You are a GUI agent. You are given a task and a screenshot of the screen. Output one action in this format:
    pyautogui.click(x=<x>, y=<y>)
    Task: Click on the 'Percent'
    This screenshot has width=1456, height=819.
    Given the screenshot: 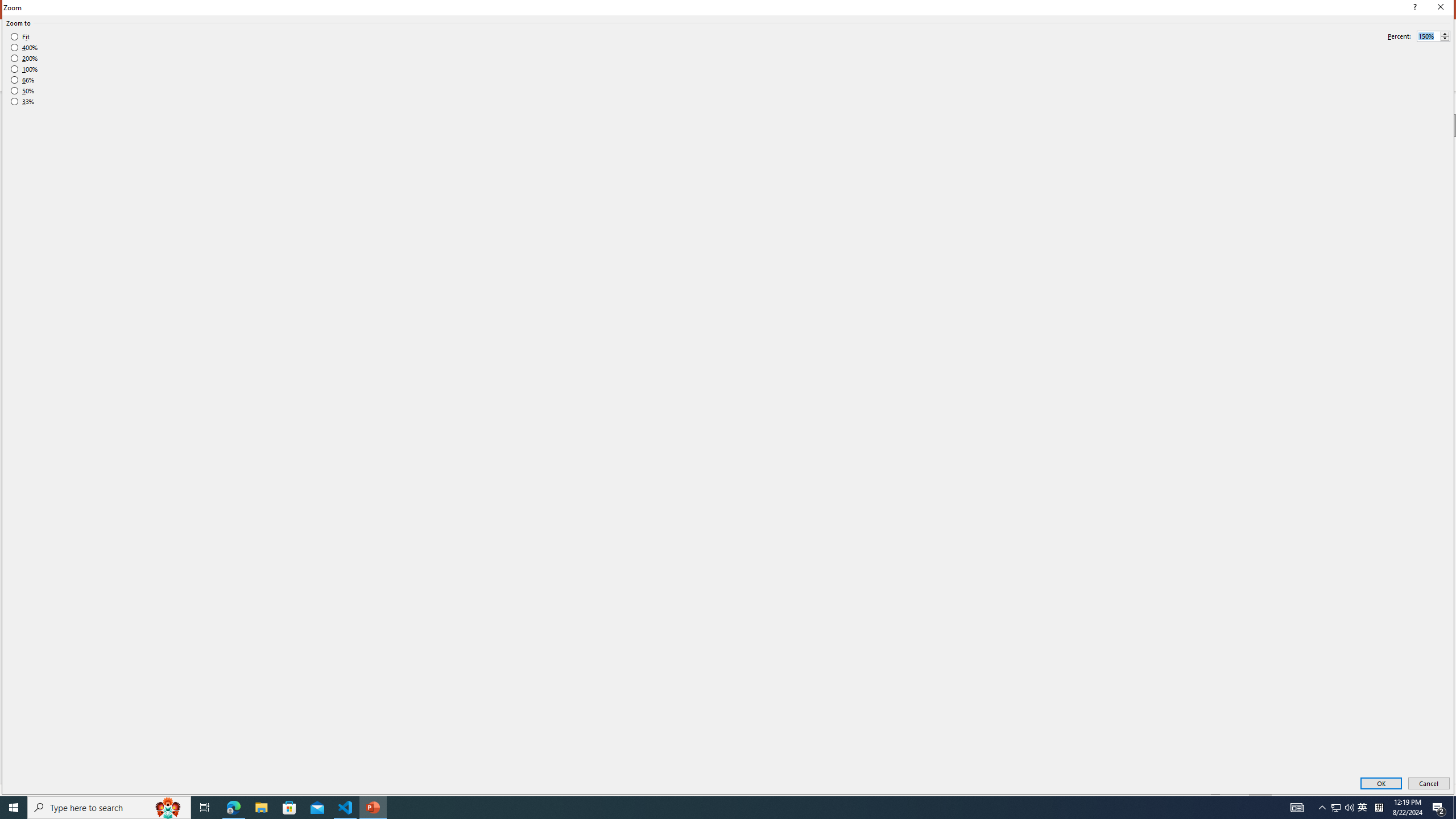 What is the action you would take?
    pyautogui.click(x=1433, y=36)
    